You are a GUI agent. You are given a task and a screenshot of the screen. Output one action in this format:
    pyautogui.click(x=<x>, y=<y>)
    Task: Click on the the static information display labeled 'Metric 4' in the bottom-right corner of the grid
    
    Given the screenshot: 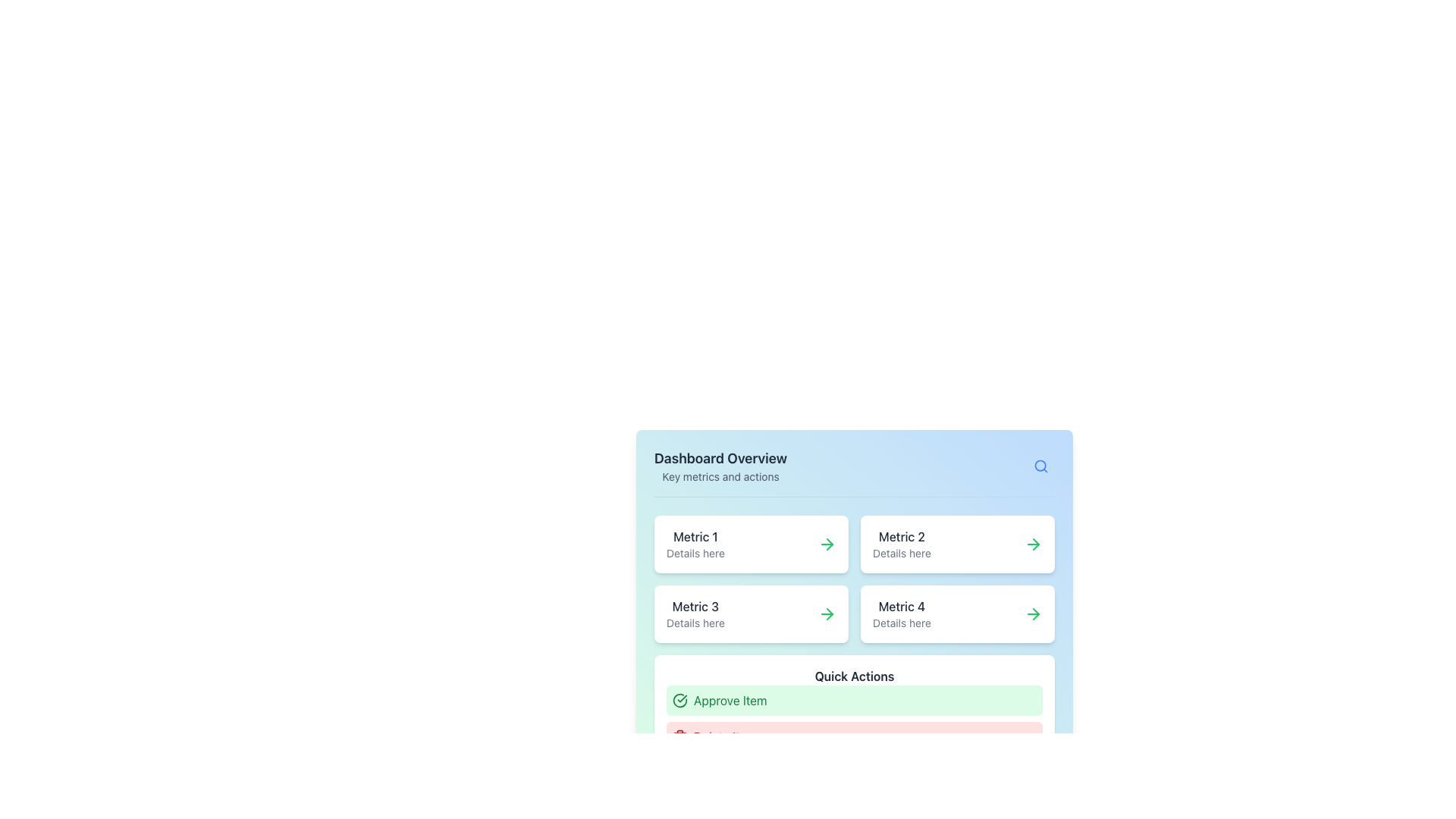 What is the action you would take?
    pyautogui.click(x=902, y=614)
    